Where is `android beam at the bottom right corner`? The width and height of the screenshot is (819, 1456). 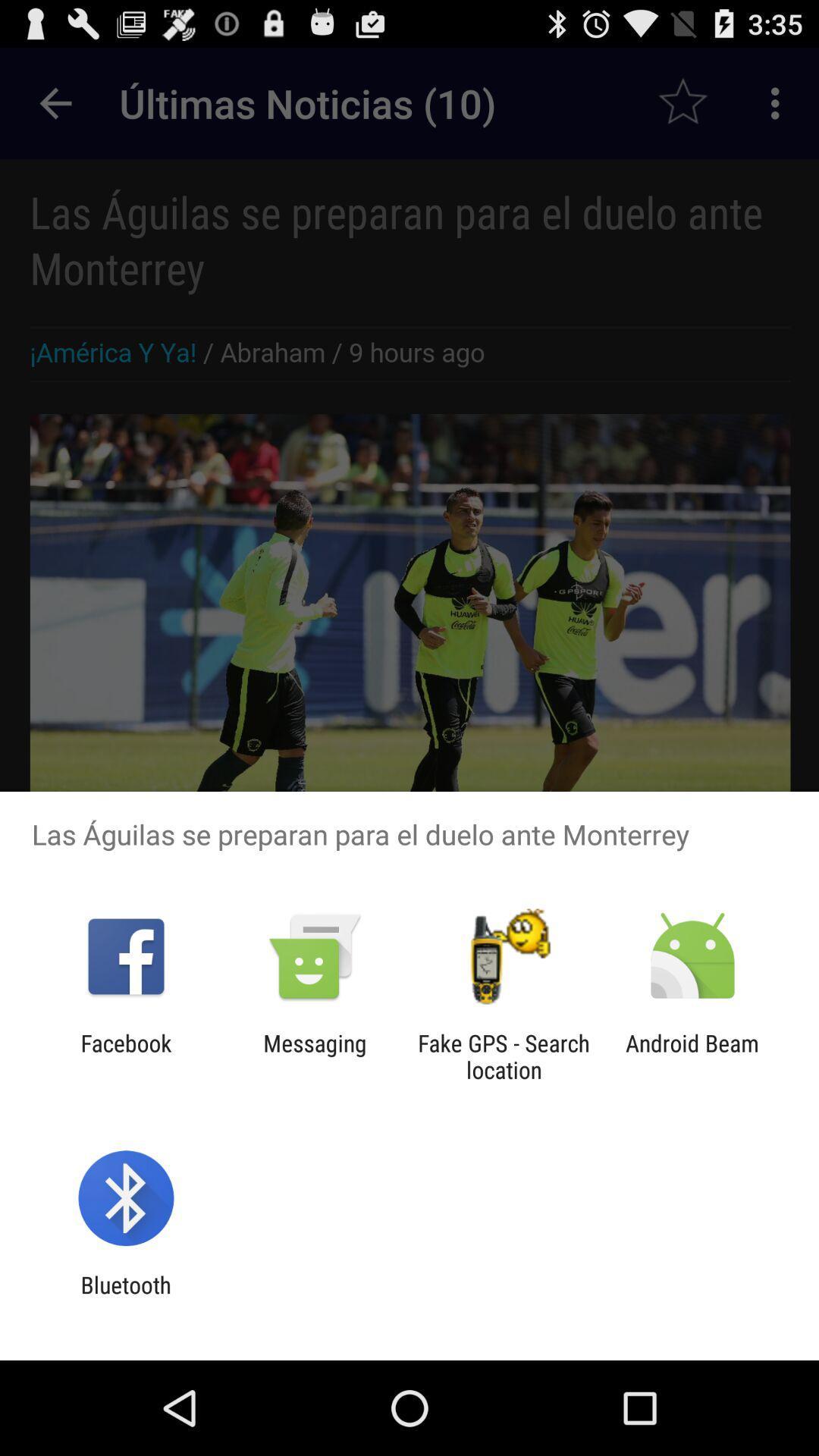
android beam at the bottom right corner is located at coordinates (692, 1056).